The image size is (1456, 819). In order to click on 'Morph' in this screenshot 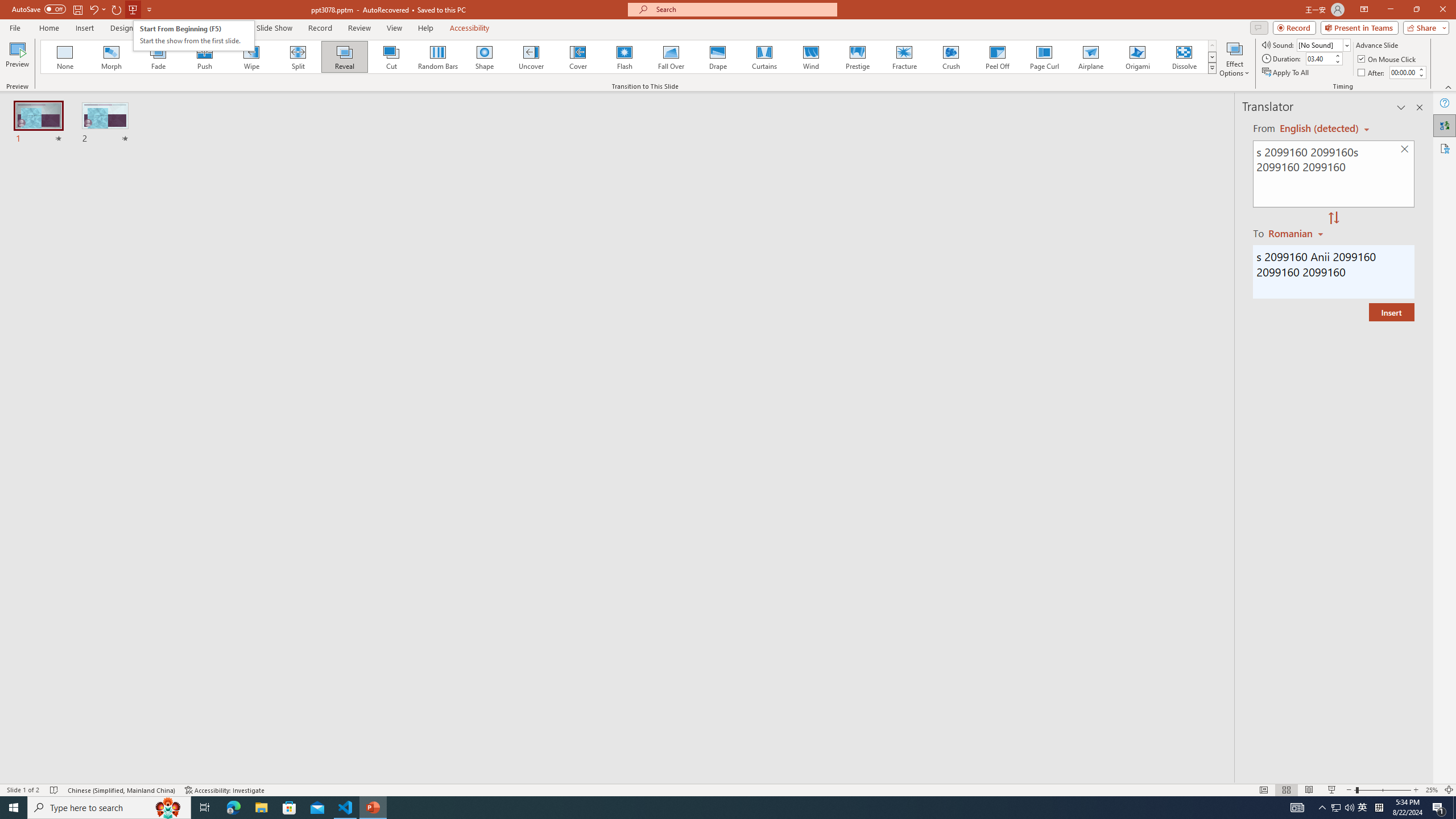, I will do `click(111, 56)`.